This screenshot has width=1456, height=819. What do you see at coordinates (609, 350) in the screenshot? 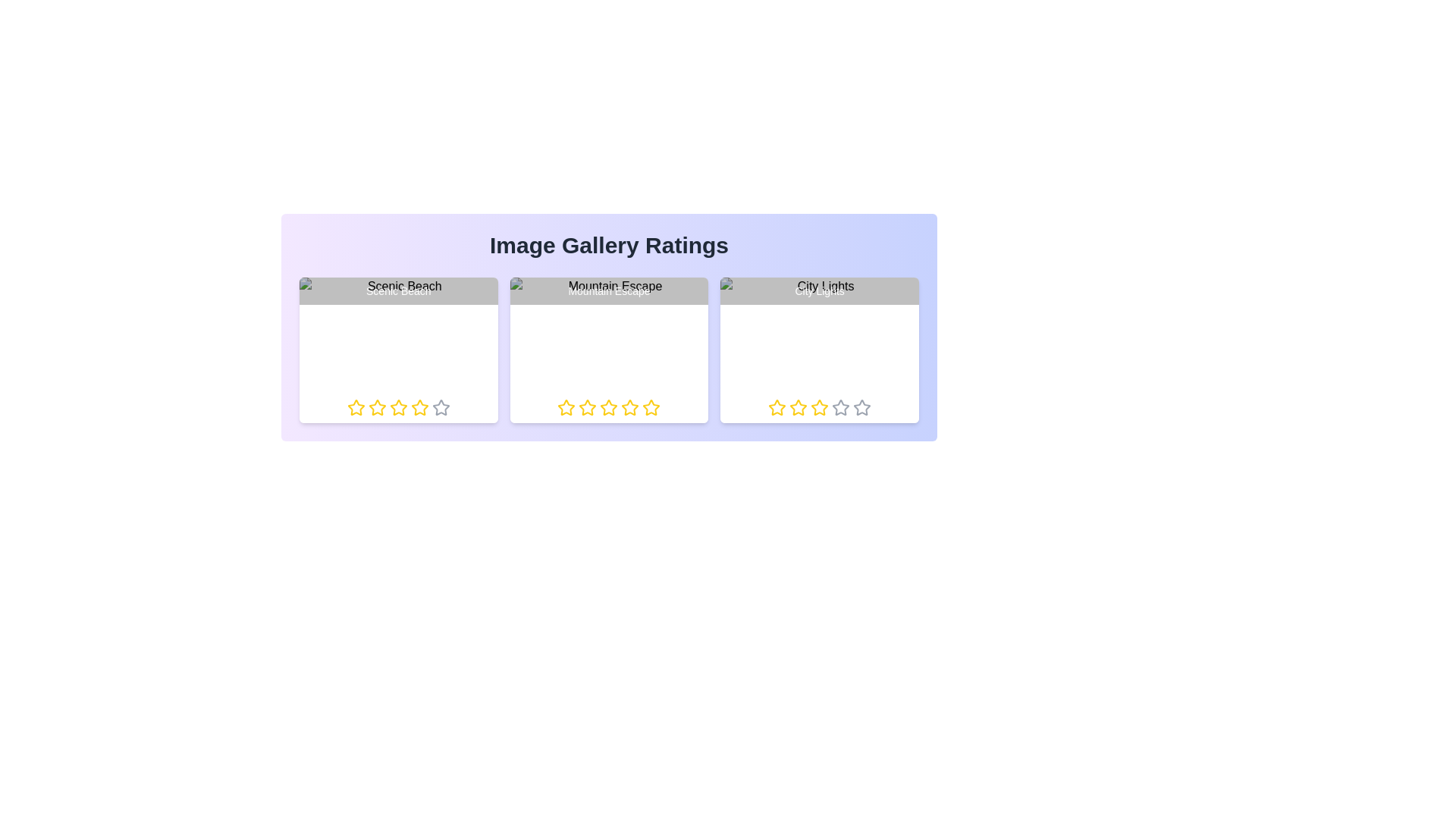
I see `the image titled Mountain Escape to view its details` at bounding box center [609, 350].